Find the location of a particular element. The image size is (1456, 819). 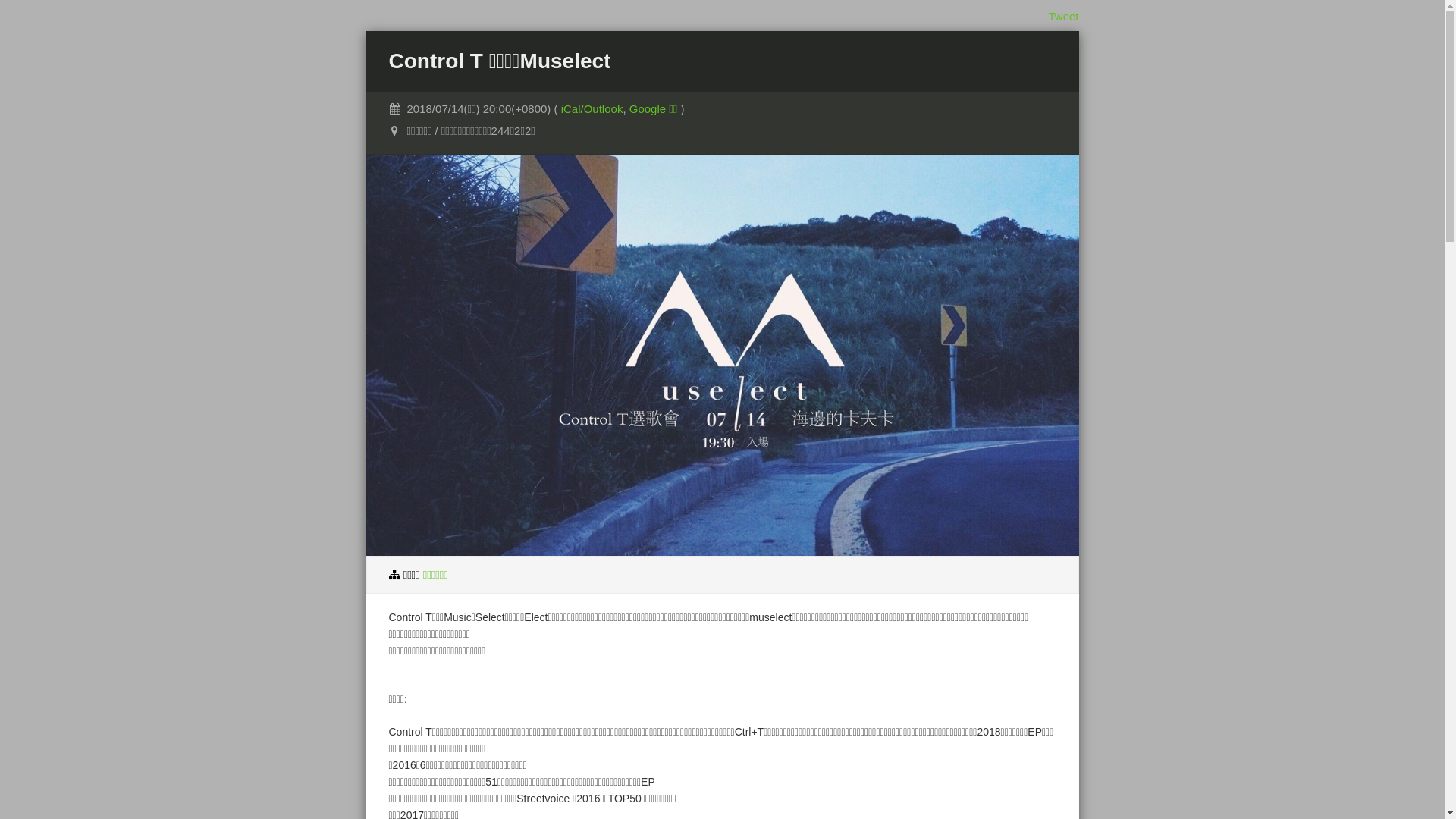

'iCal/Outlook' is located at coordinates (591, 108).